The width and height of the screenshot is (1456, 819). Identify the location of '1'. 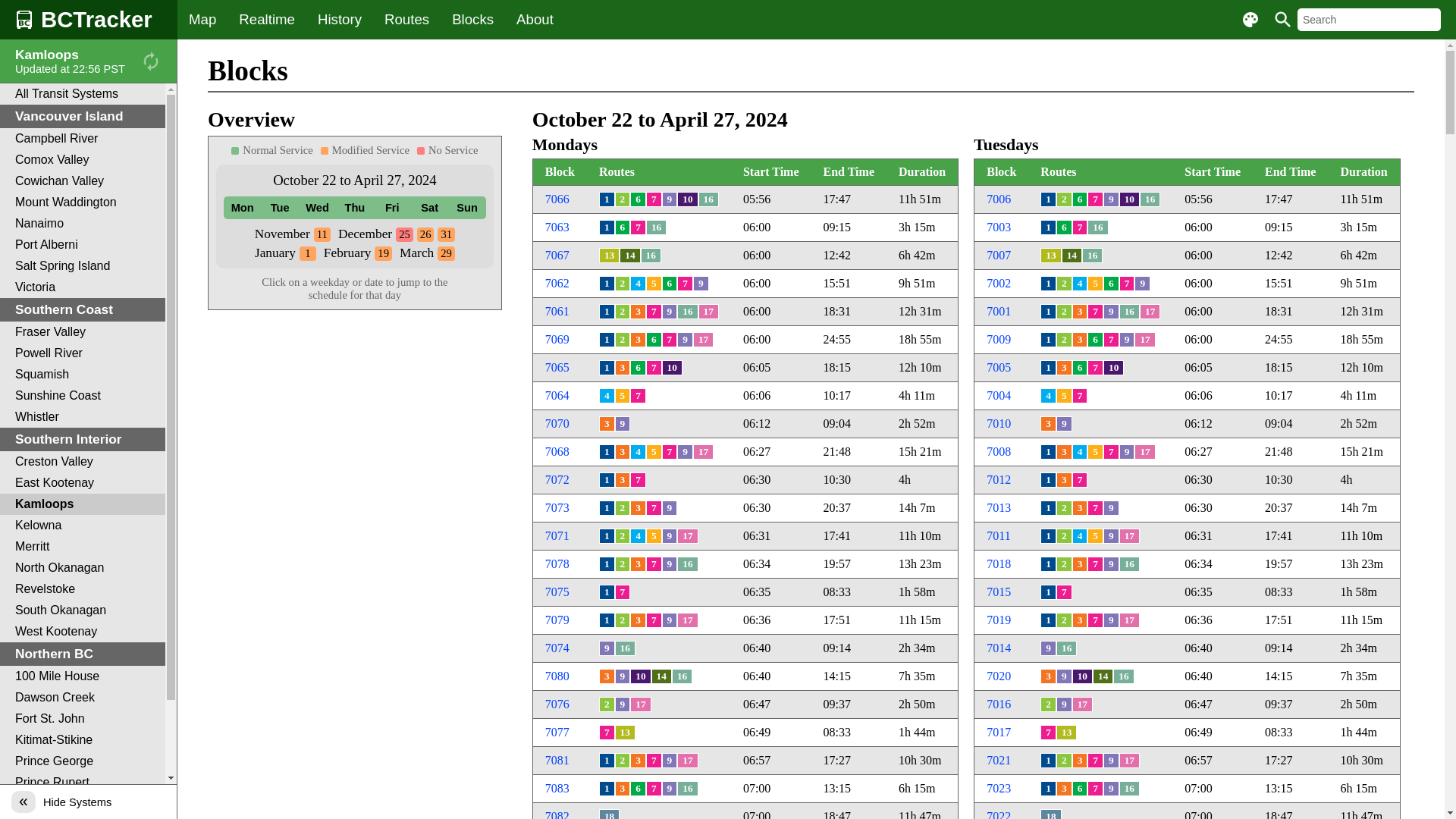
(607, 451).